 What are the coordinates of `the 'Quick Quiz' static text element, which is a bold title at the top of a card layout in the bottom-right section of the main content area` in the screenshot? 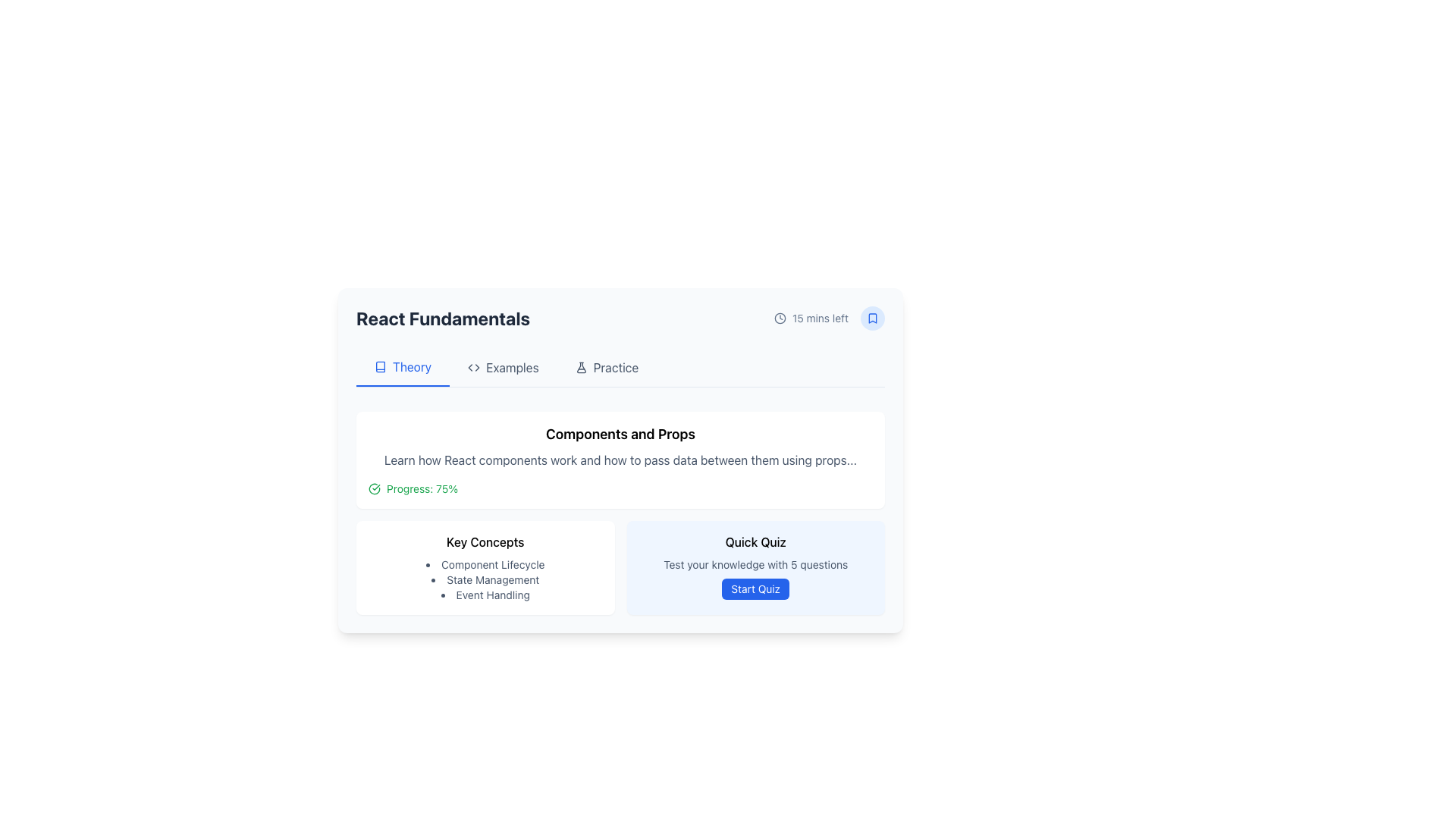 It's located at (755, 541).